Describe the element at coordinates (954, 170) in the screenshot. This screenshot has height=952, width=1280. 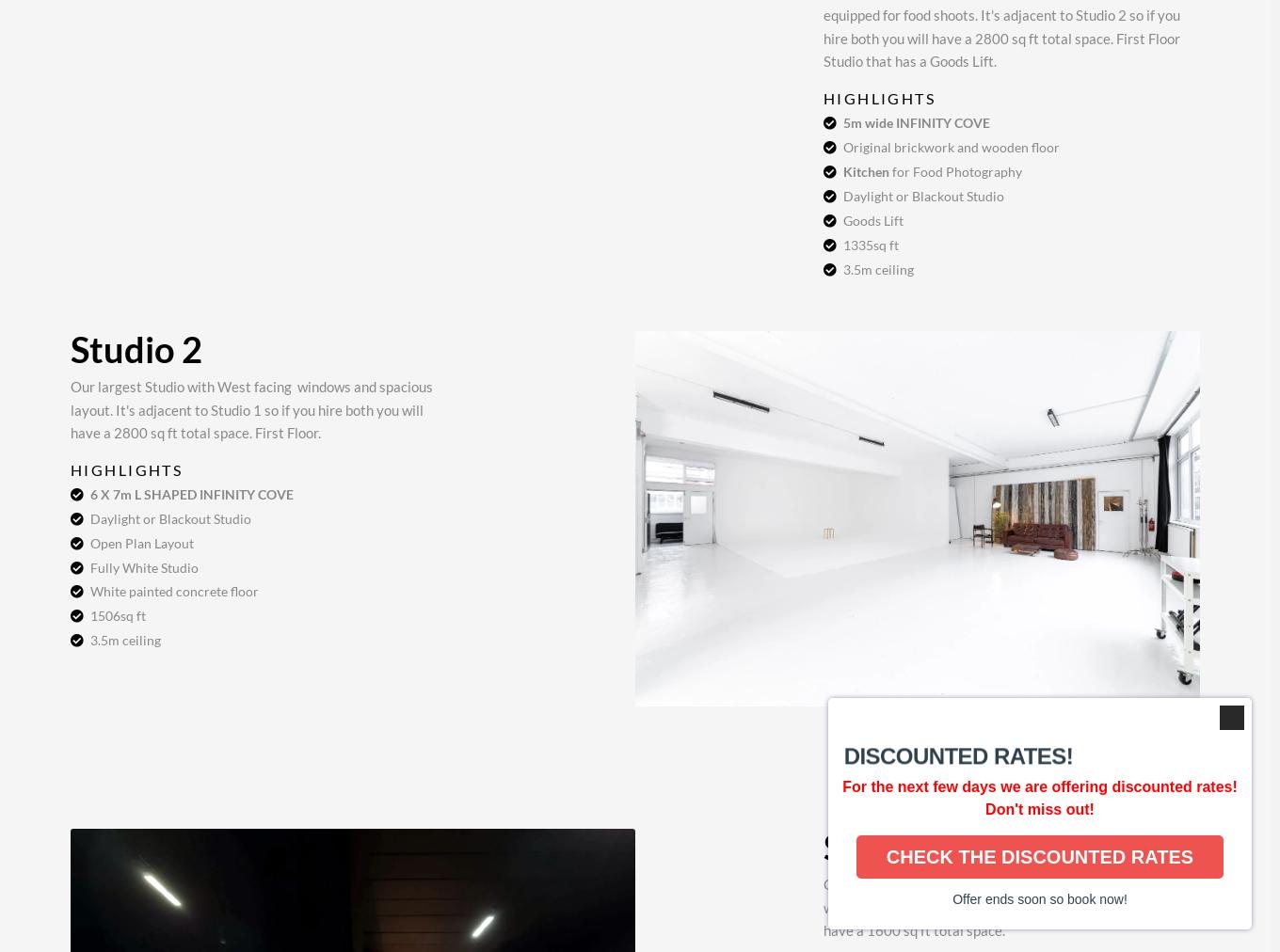
I see `'for Food Photography'` at that location.